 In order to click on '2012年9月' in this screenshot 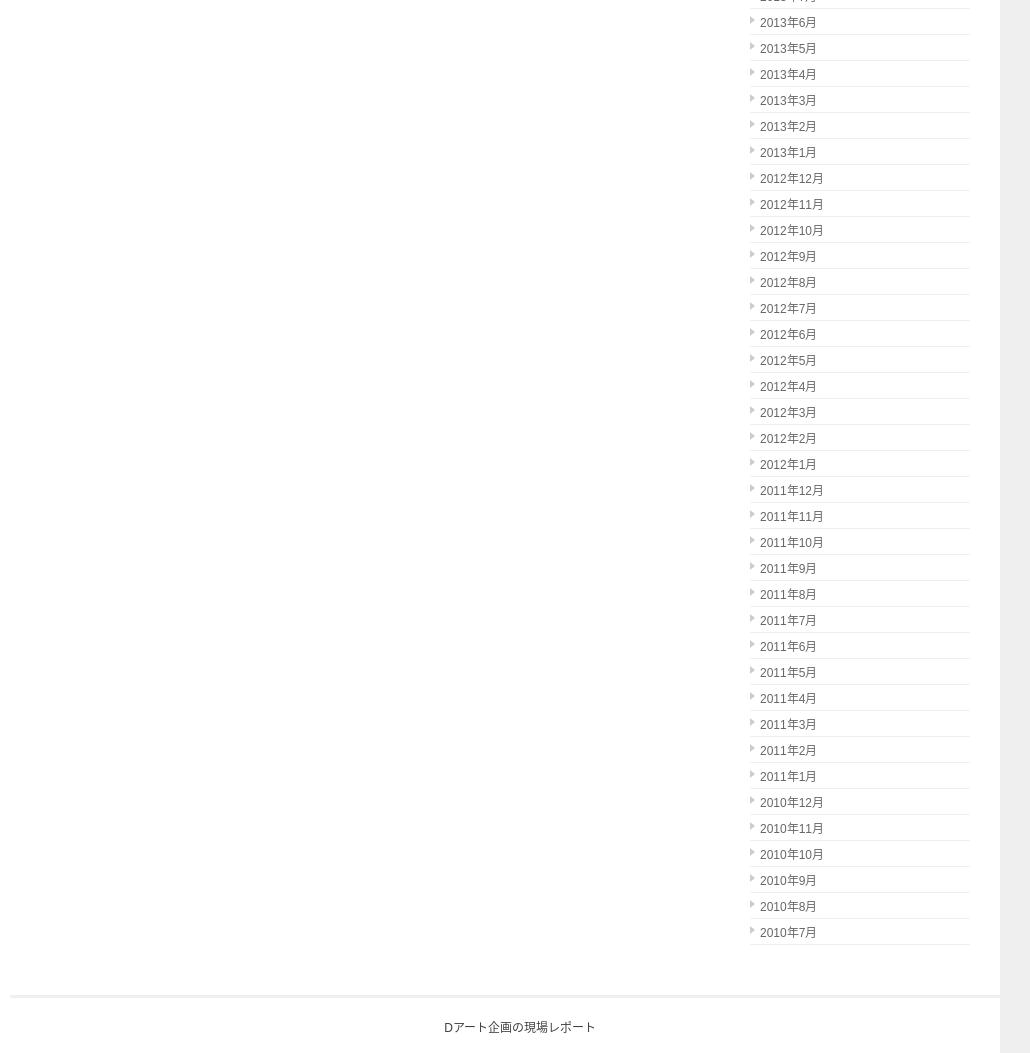, I will do `click(787, 256)`.